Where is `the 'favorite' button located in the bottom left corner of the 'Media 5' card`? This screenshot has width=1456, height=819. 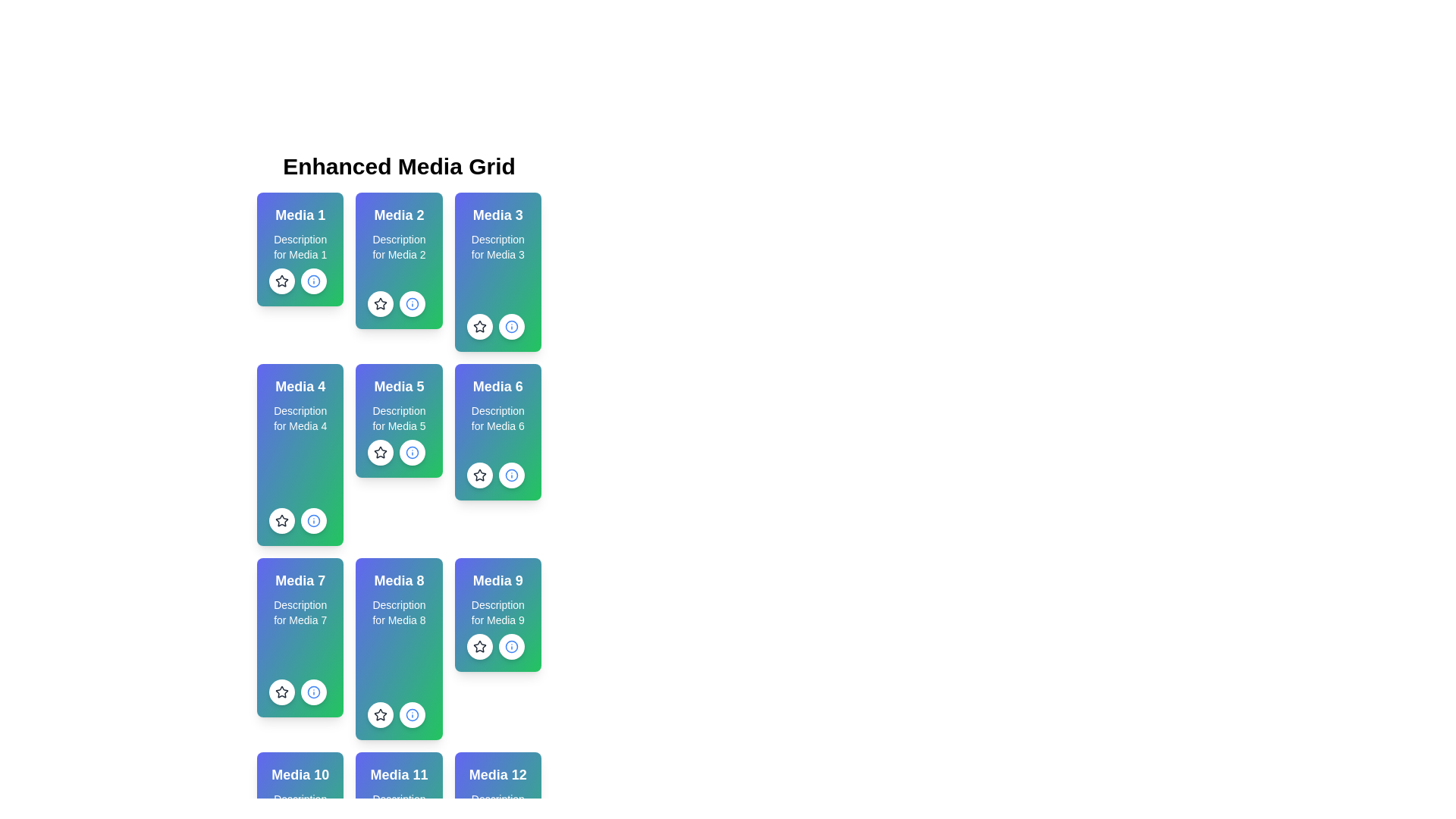 the 'favorite' button located in the bottom left corner of the 'Media 5' card is located at coordinates (381, 452).